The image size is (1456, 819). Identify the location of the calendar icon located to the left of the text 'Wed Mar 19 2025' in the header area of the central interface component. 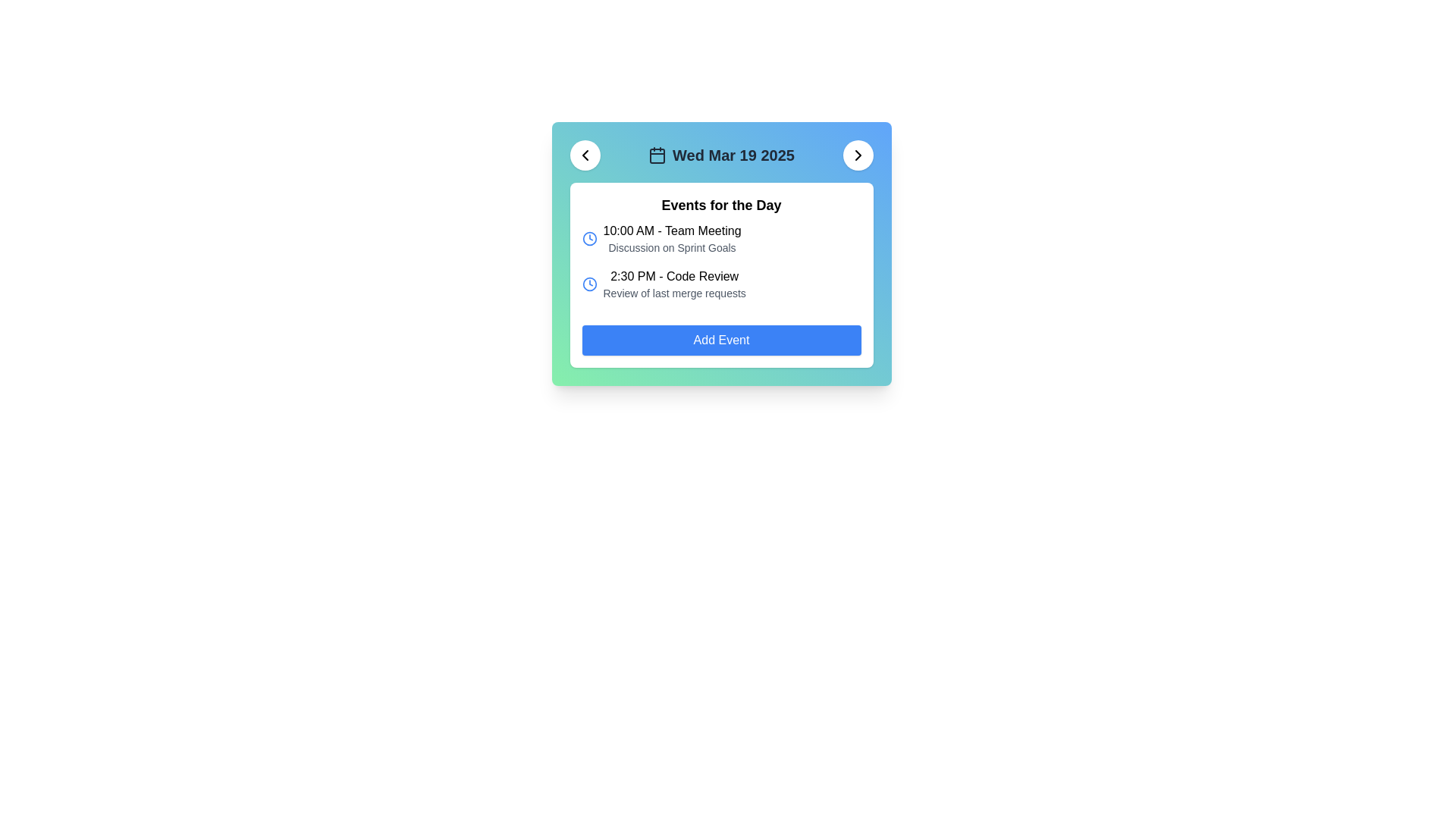
(657, 155).